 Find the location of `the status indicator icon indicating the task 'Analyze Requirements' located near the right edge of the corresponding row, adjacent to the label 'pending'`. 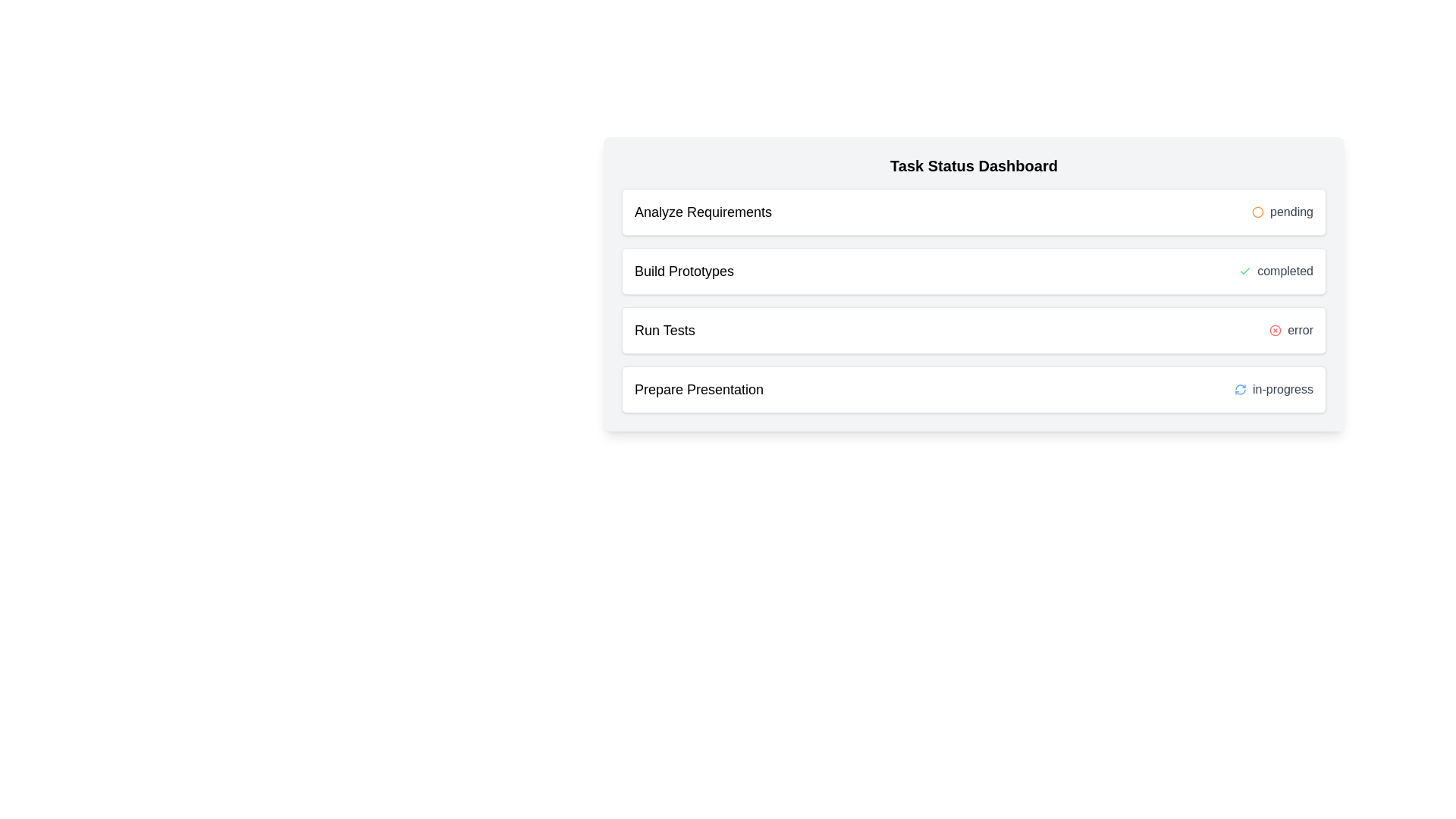

the status indicator icon indicating the task 'Analyze Requirements' located near the right edge of the corresponding row, adjacent to the label 'pending' is located at coordinates (1258, 212).